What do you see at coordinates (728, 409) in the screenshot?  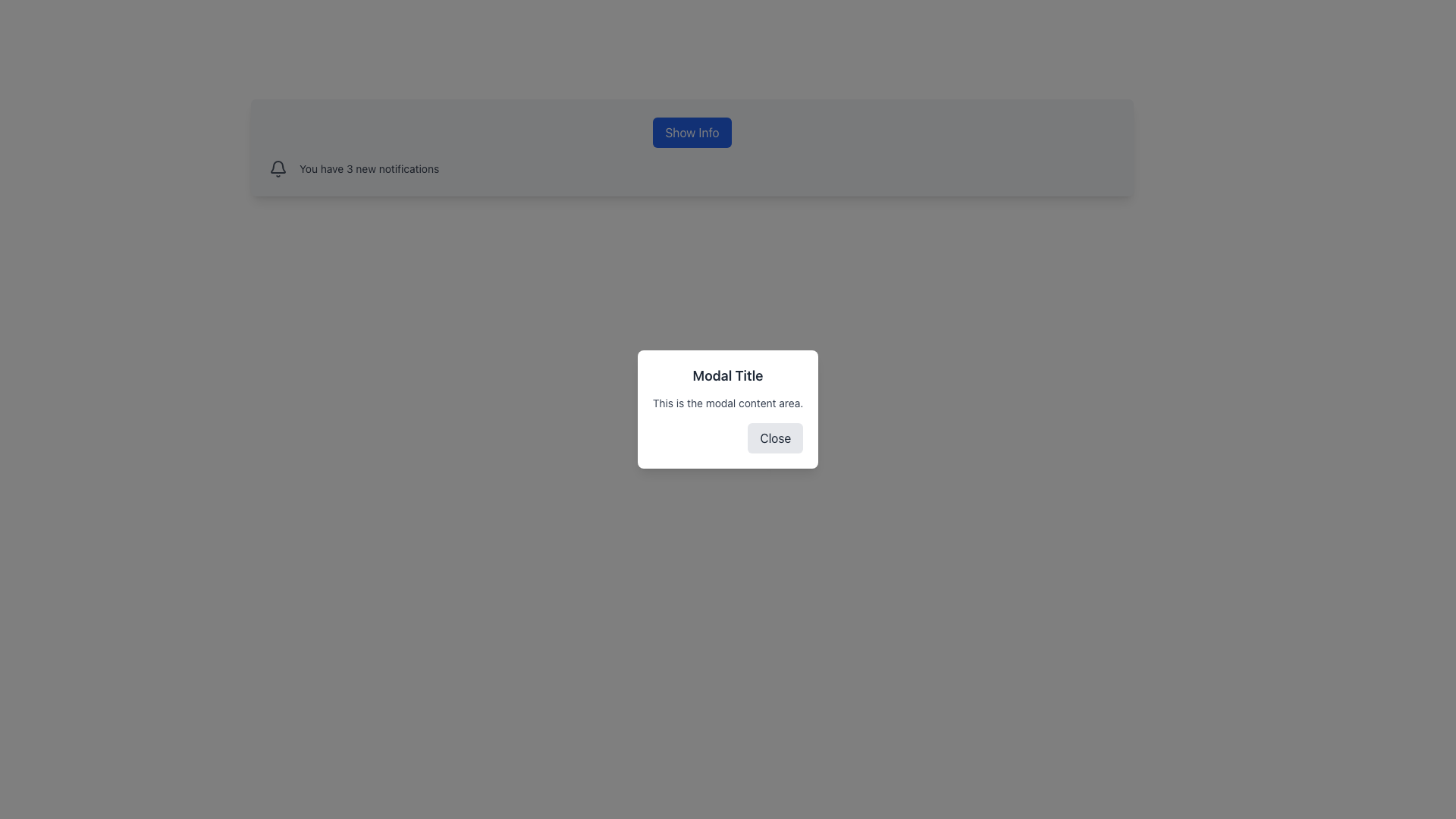 I see `title and content text from the modal dialog box, which has a bold title 'Modal Title' and content 'This is the modal content area.'` at bounding box center [728, 409].